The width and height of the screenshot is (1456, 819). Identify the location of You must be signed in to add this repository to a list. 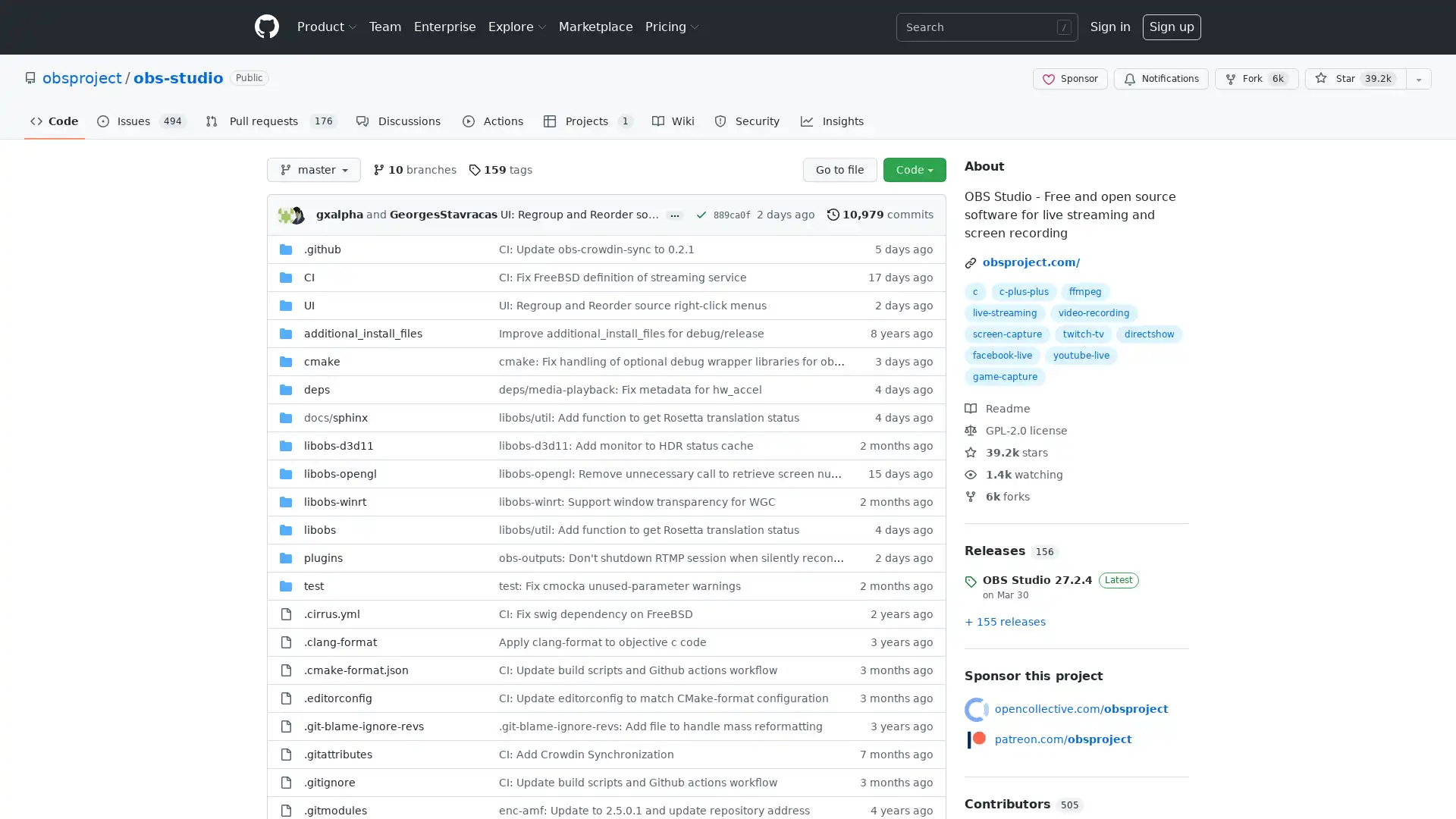
(1418, 79).